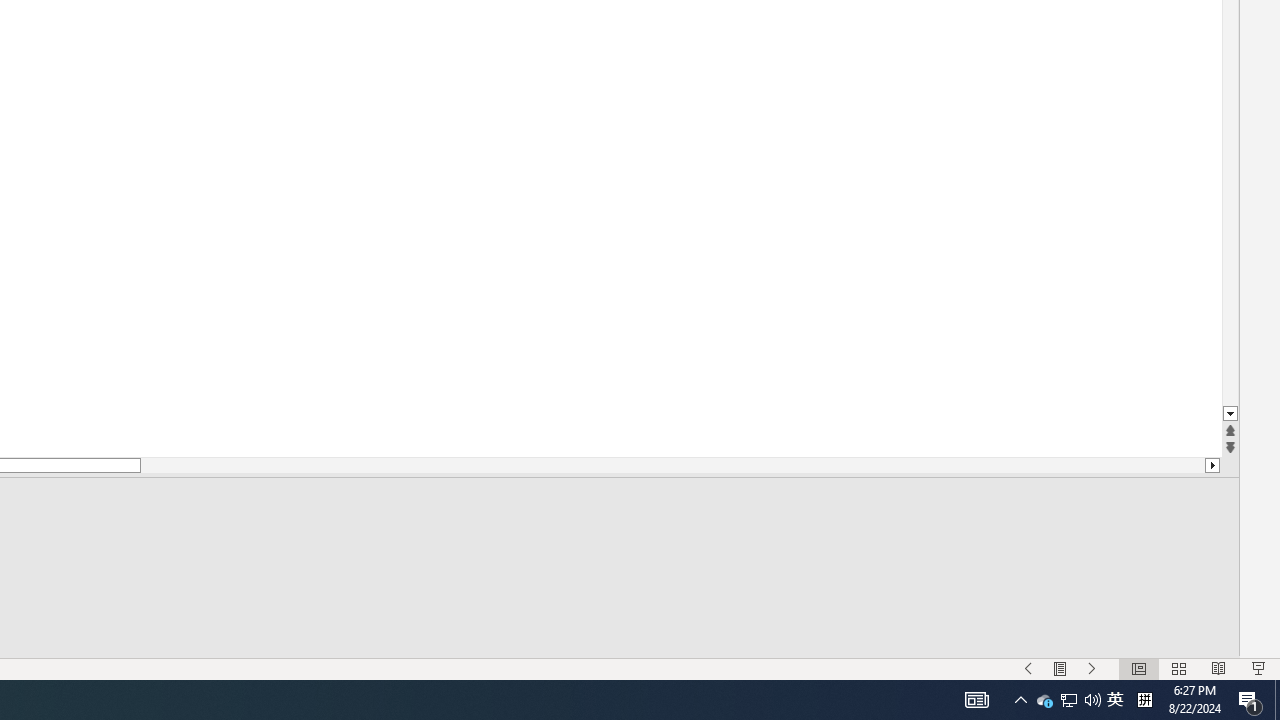 This screenshot has width=1280, height=720. What do you see at coordinates (1091, 669) in the screenshot?
I see `'Slide Show Next On'` at bounding box center [1091, 669].